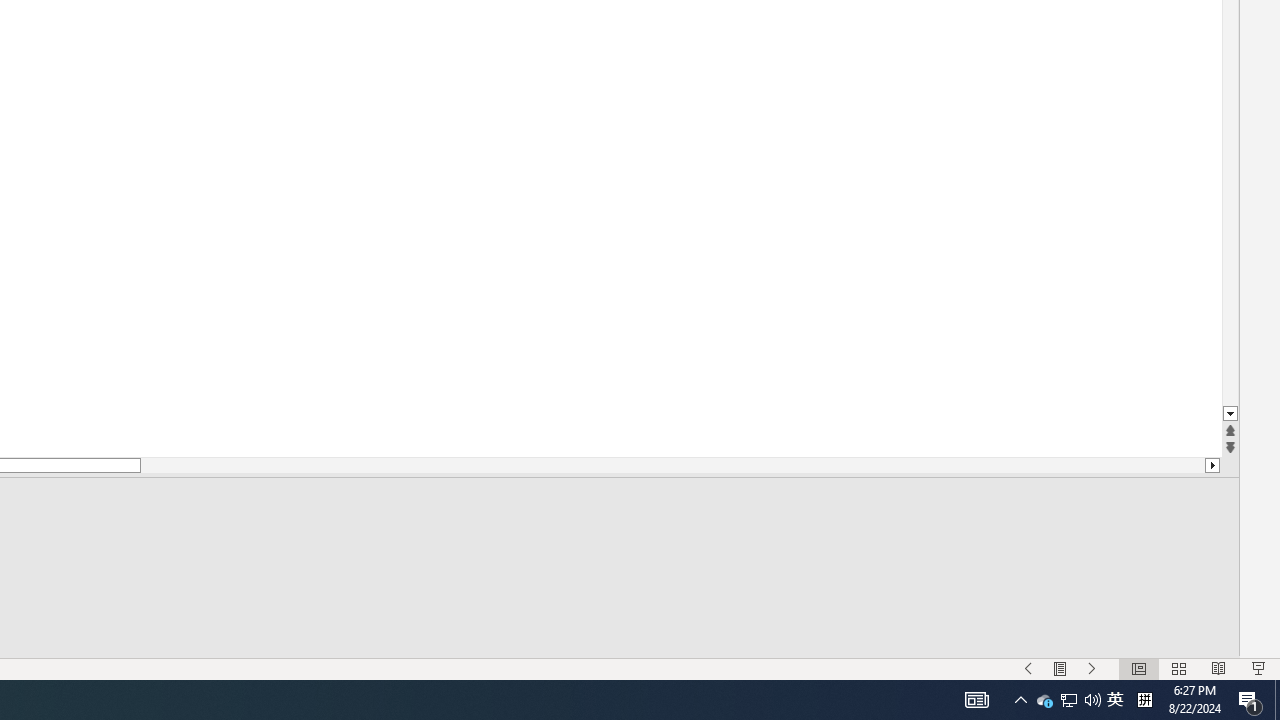 This screenshot has width=1280, height=720. What do you see at coordinates (1091, 669) in the screenshot?
I see `'Slide Show Next On'` at bounding box center [1091, 669].